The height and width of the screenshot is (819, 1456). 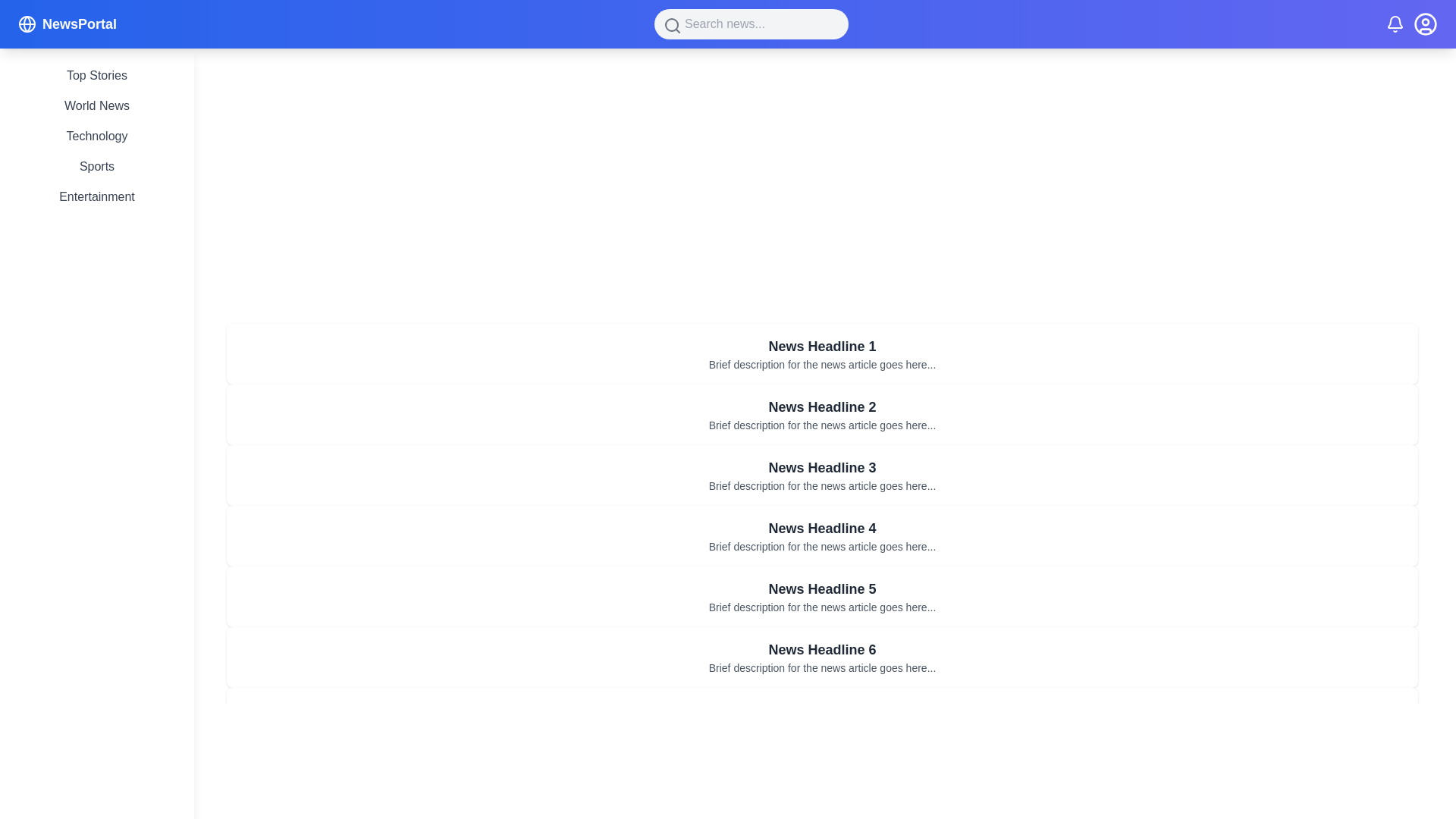 I want to click on the application logo icon located on the left side of the header section, next to the text 'NewsPortal', so click(x=27, y=24).